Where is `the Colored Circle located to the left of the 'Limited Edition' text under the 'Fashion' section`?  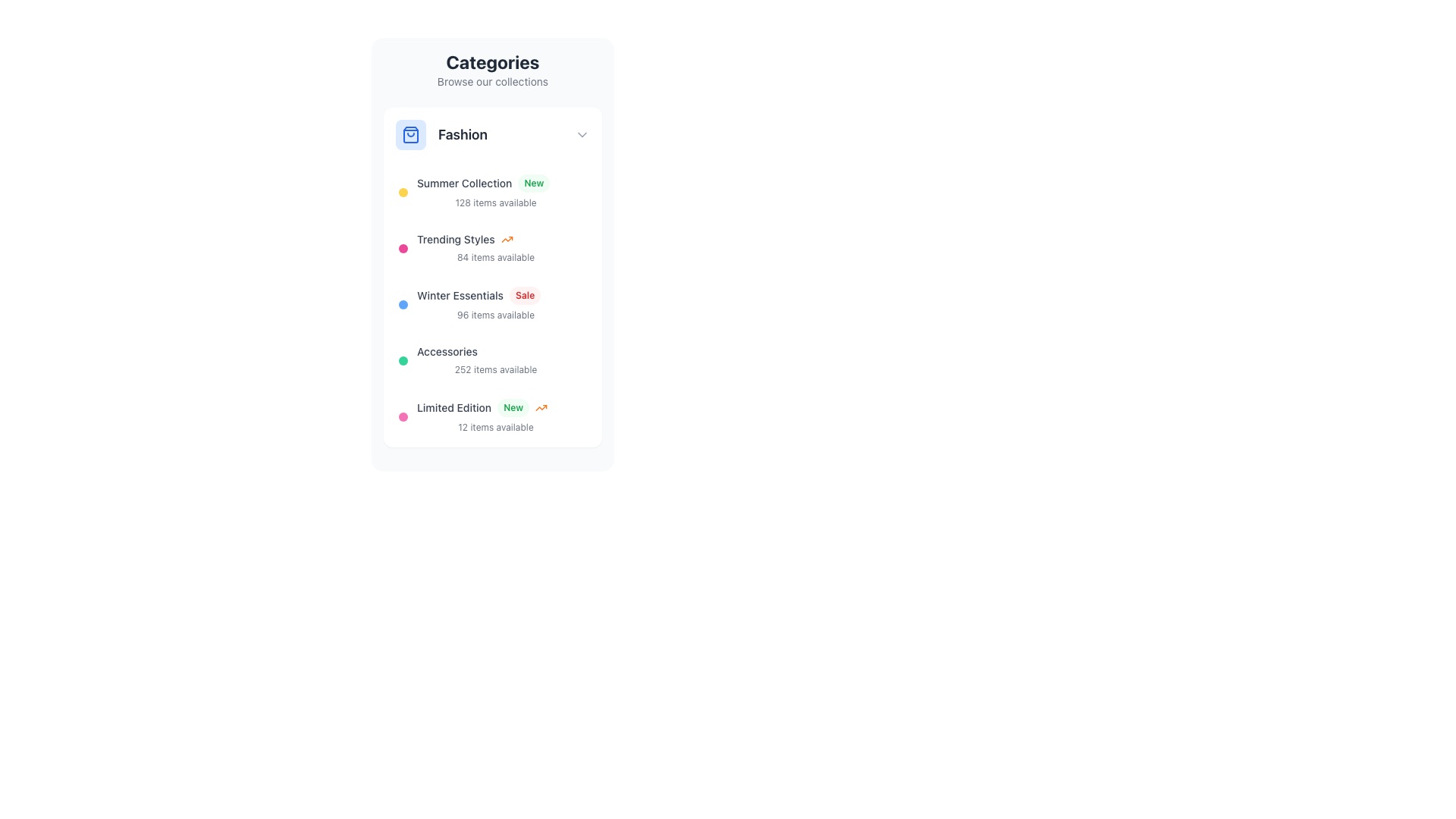 the Colored Circle located to the left of the 'Limited Edition' text under the 'Fashion' section is located at coordinates (403, 417).